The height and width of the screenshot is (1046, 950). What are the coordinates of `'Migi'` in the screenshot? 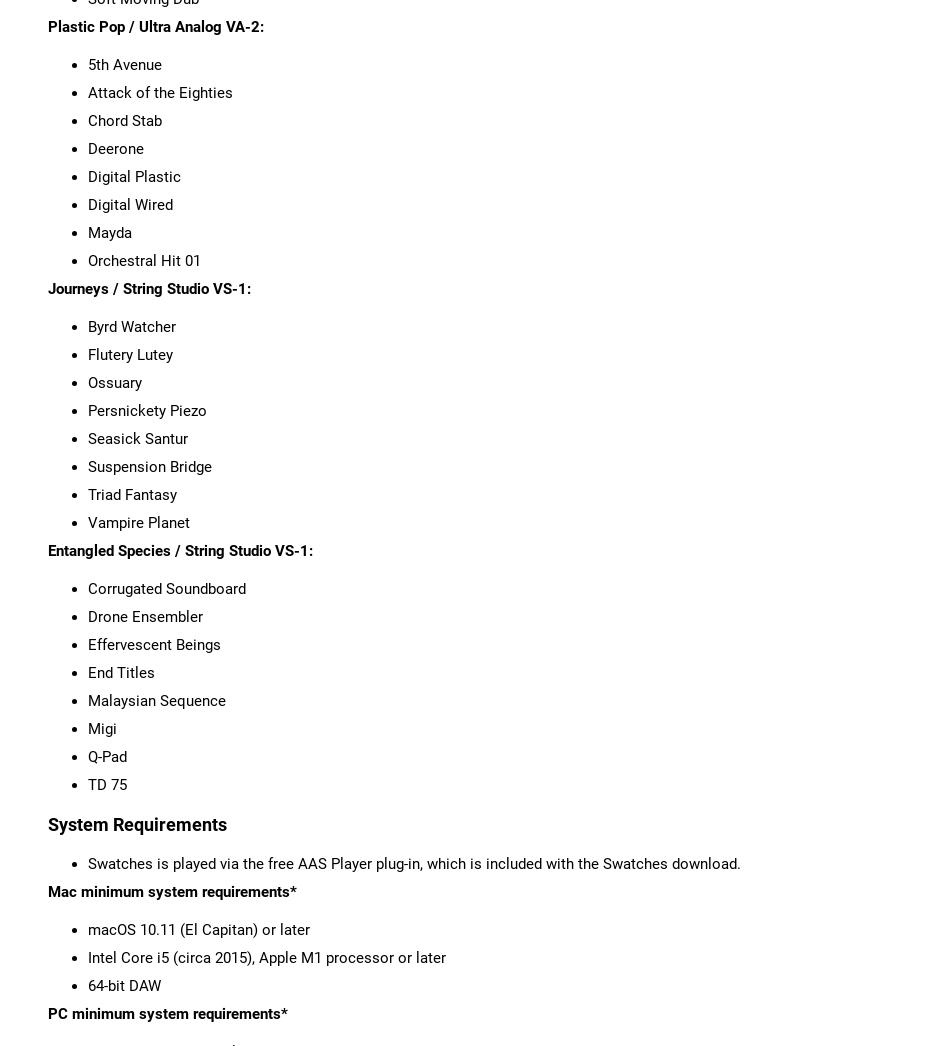 It's located at (101, 728).